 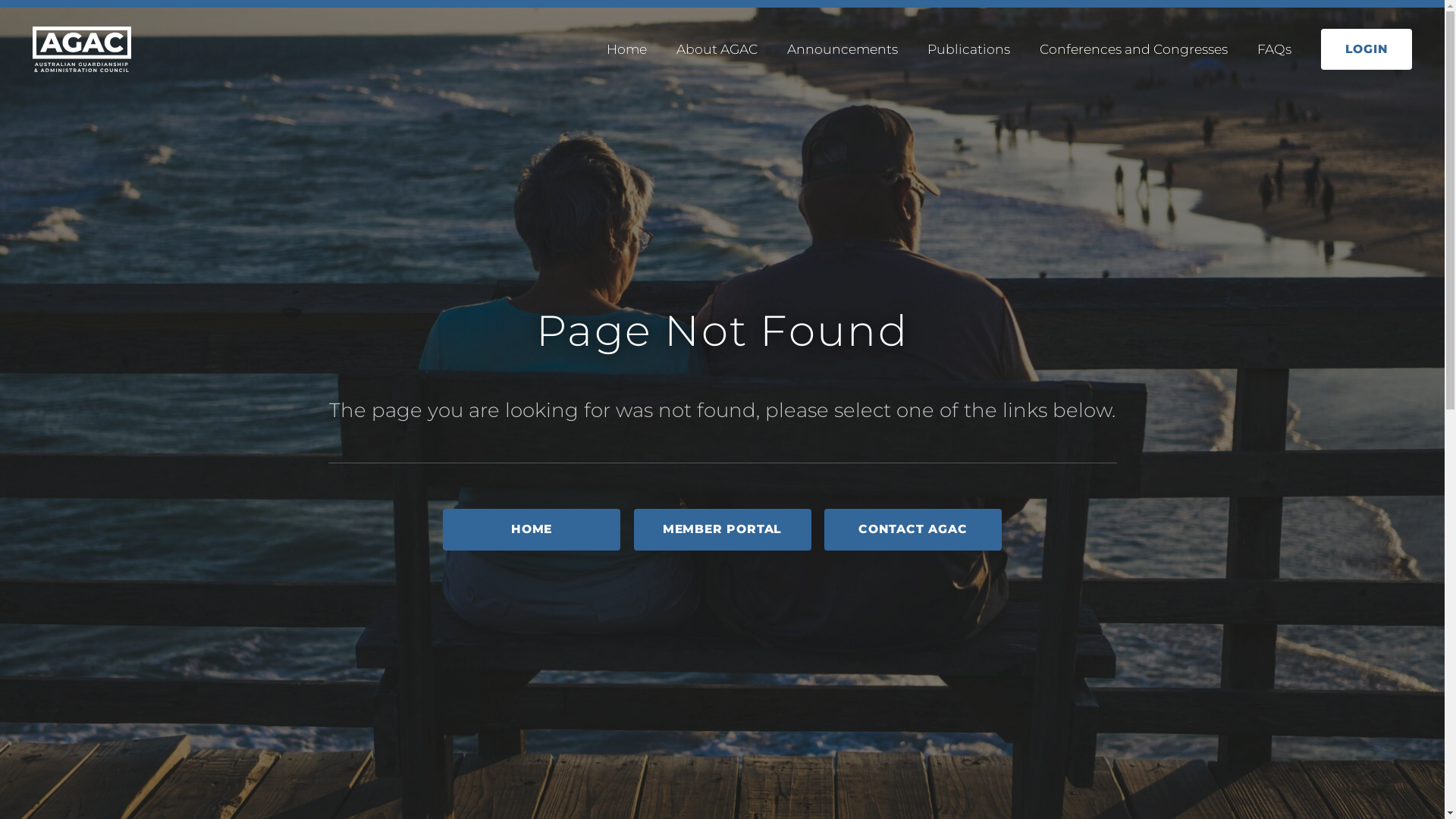 I want to click on 'Australian', so click(x=33, y=49).